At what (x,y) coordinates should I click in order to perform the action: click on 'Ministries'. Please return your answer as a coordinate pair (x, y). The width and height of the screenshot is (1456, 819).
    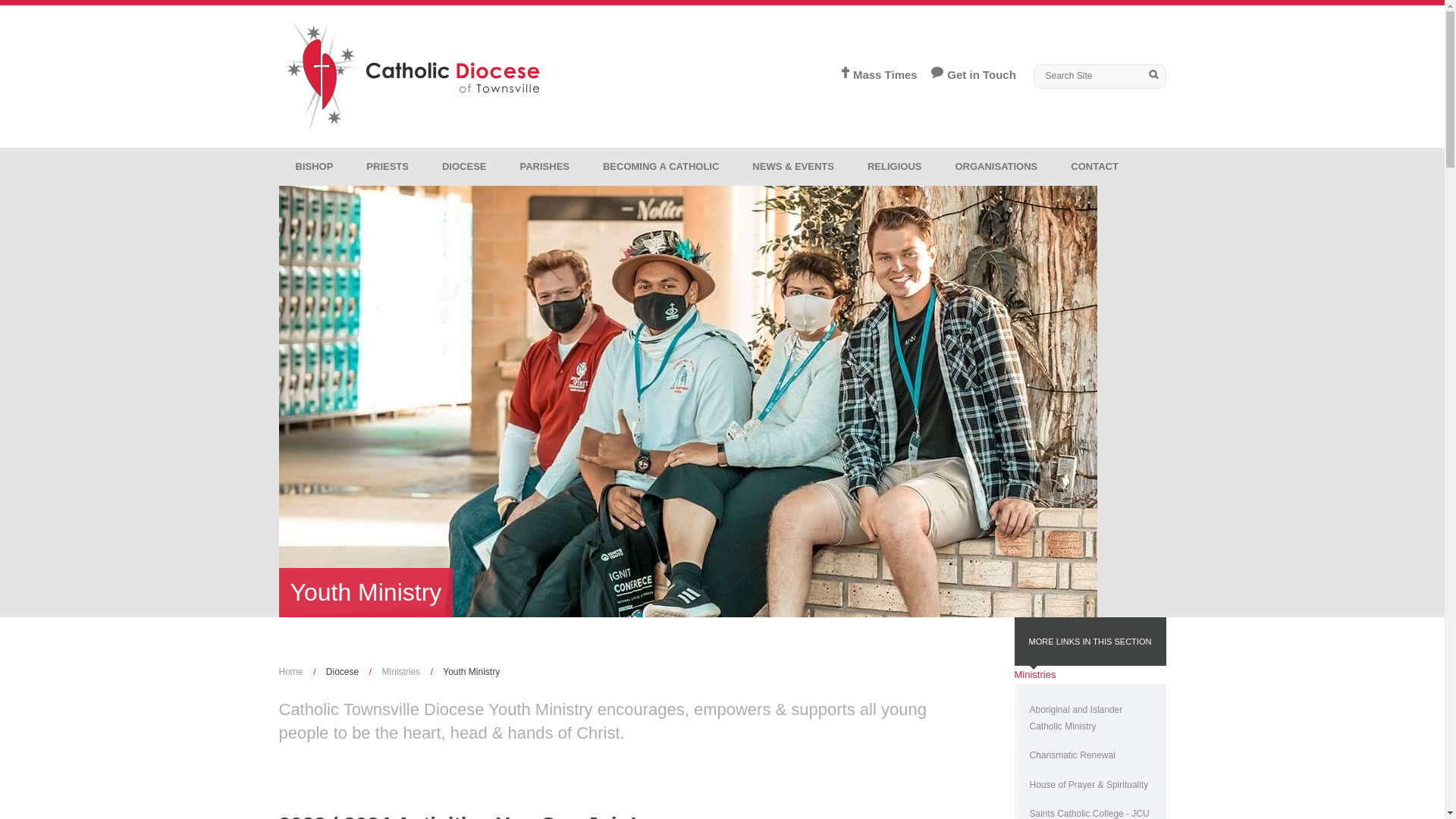
    Looking at the image, I should click on (400, 671).